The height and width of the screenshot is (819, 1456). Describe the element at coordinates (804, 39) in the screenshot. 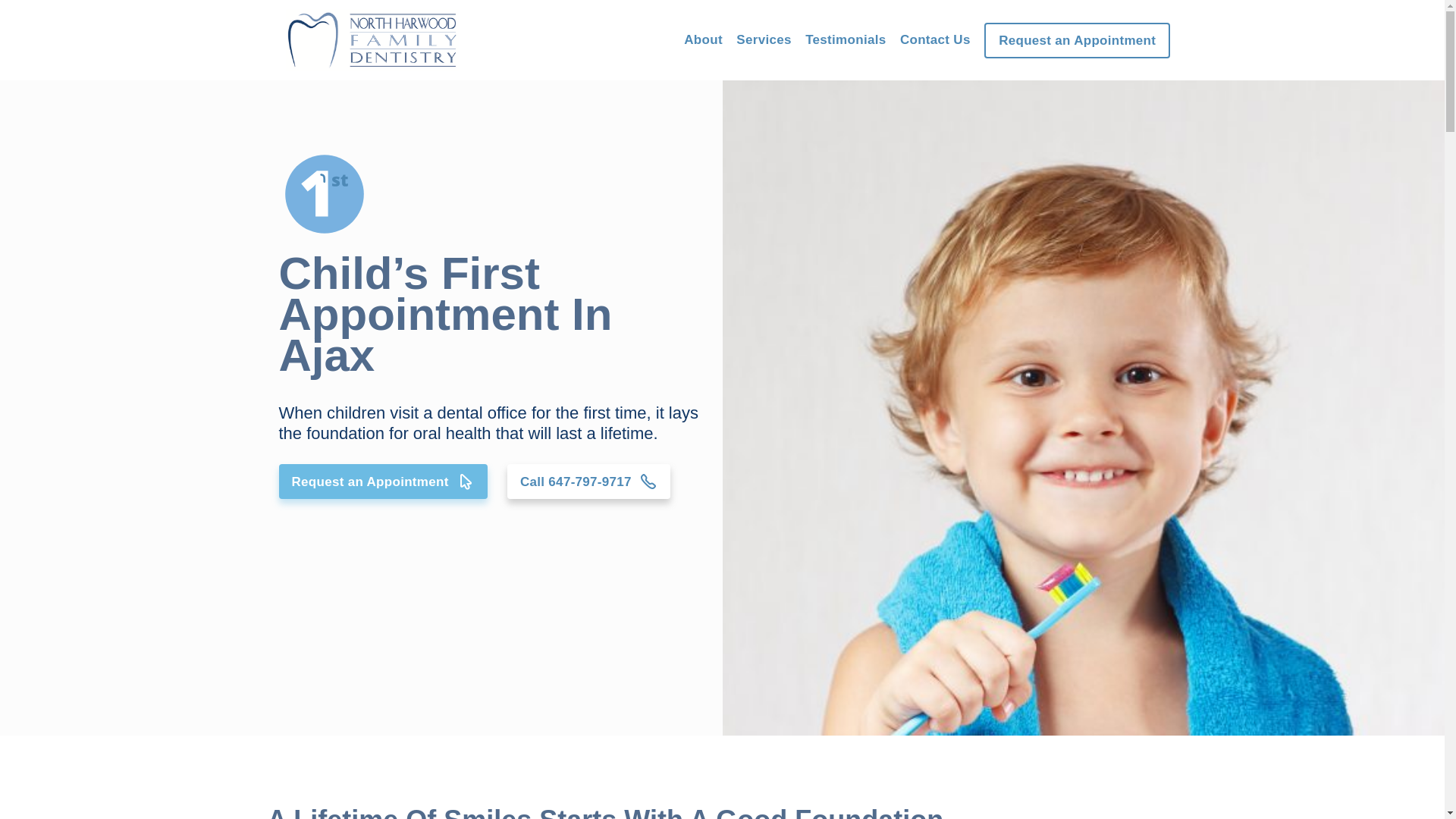

I see `'Testimonials'` at that location.